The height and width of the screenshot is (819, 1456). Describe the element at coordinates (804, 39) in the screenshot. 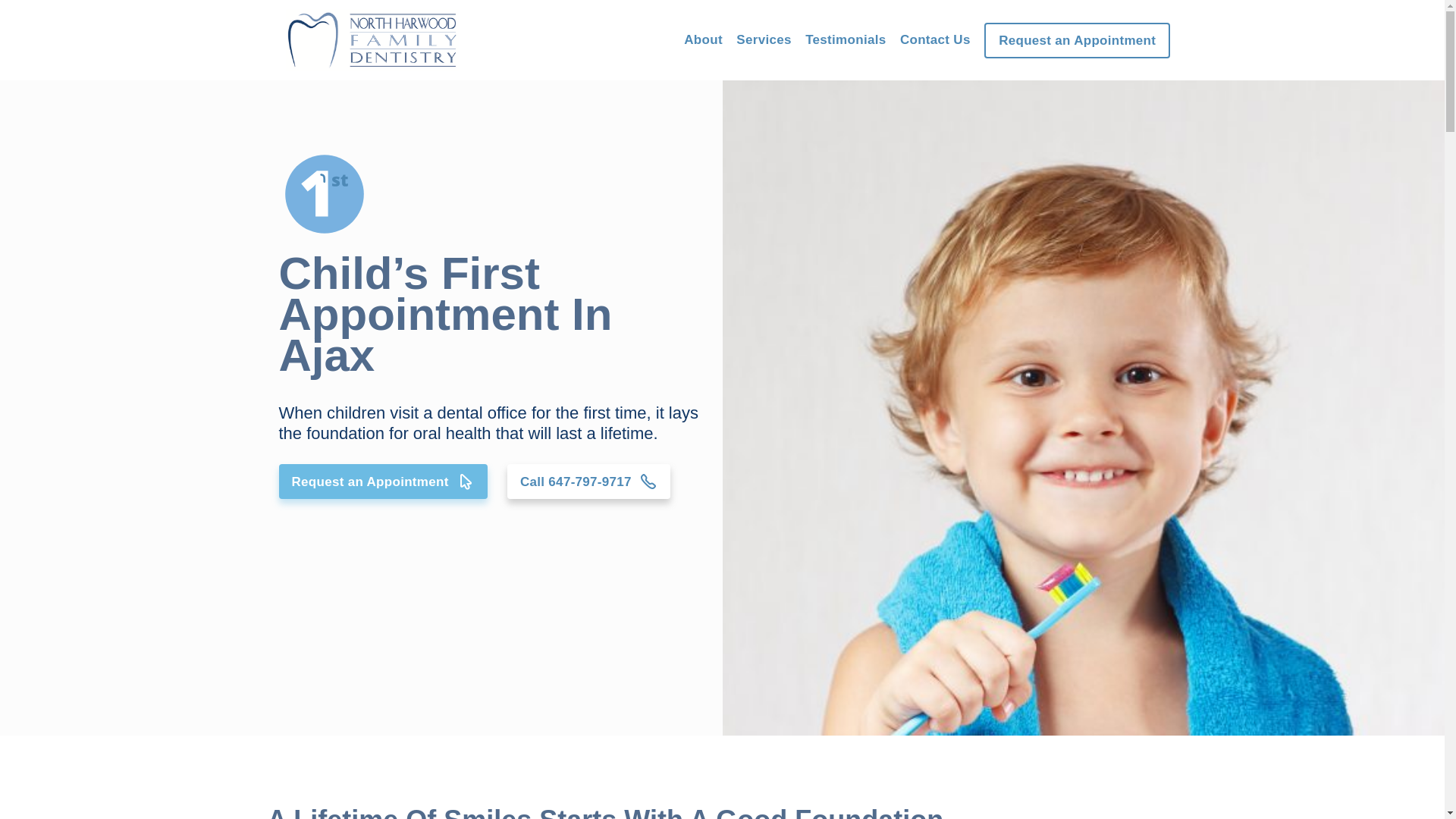

I see `'Testimonials'` at that location.